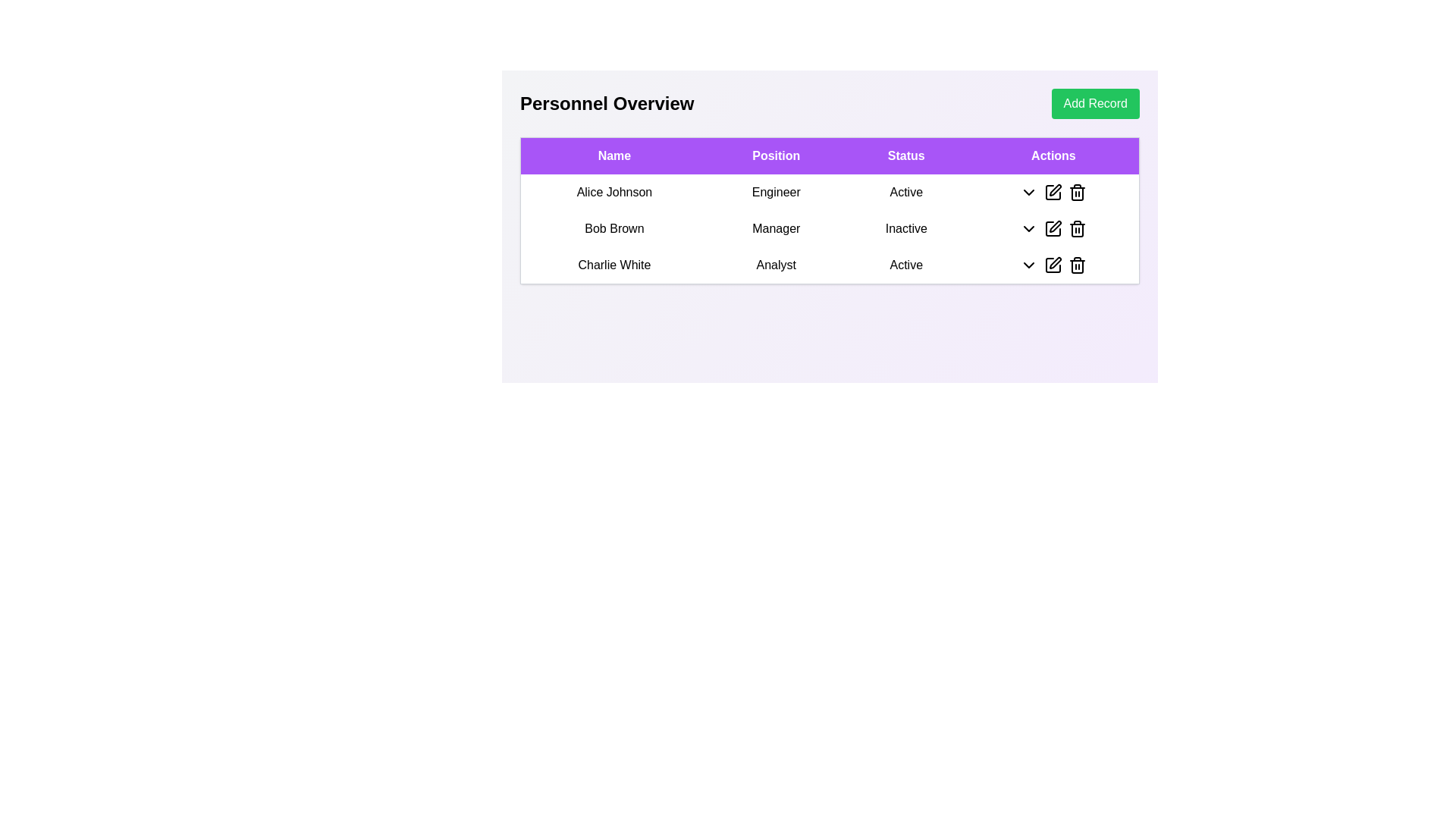  I want to click on the table cell containing the text 'Analyst', which is the second cell in the third row of the table under the 'Position' column associated with 'Charlie White', so click(776, 265).